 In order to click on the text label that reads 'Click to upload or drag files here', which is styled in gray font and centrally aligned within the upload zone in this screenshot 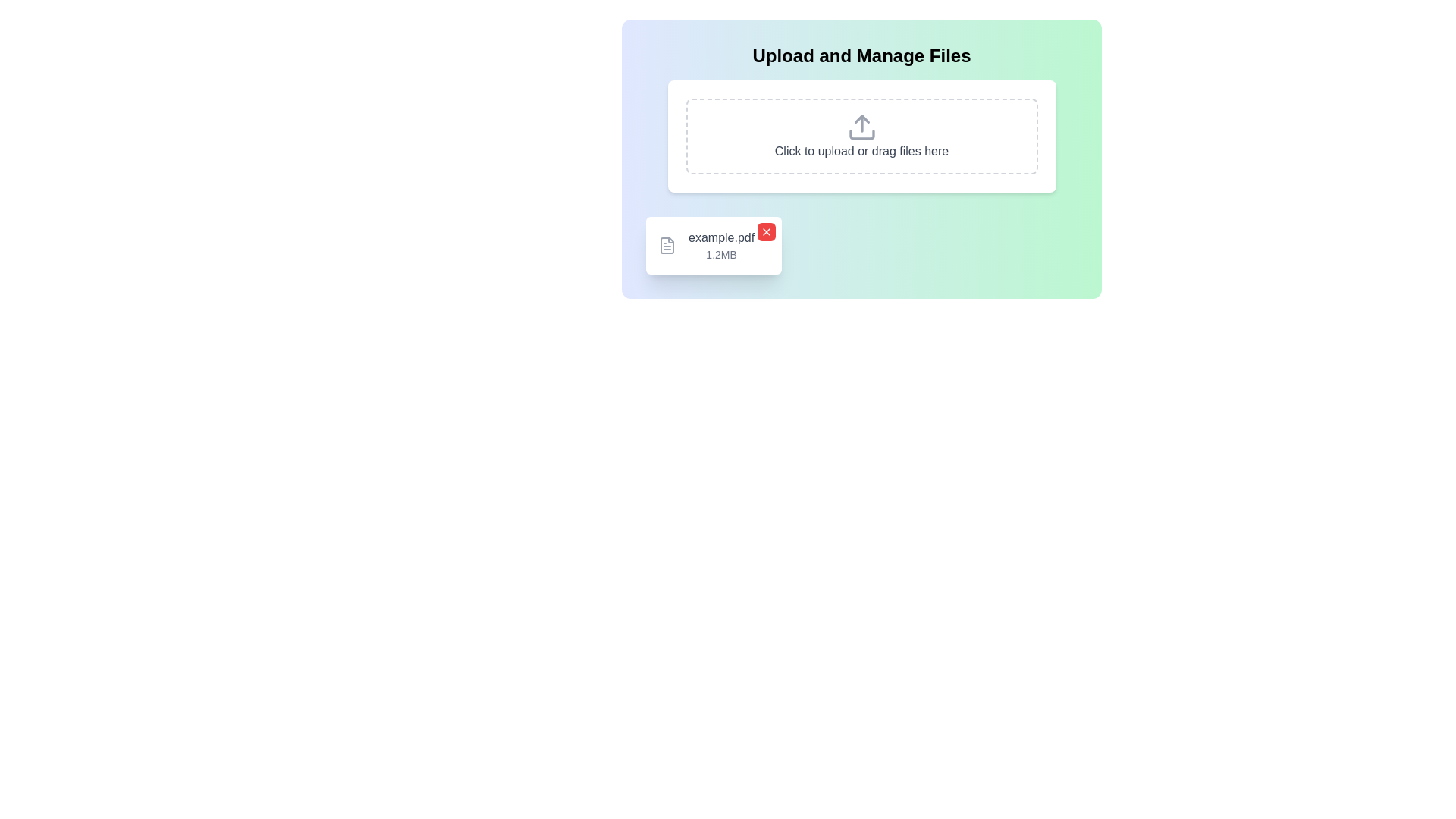, I will do `click(861, 151)`.